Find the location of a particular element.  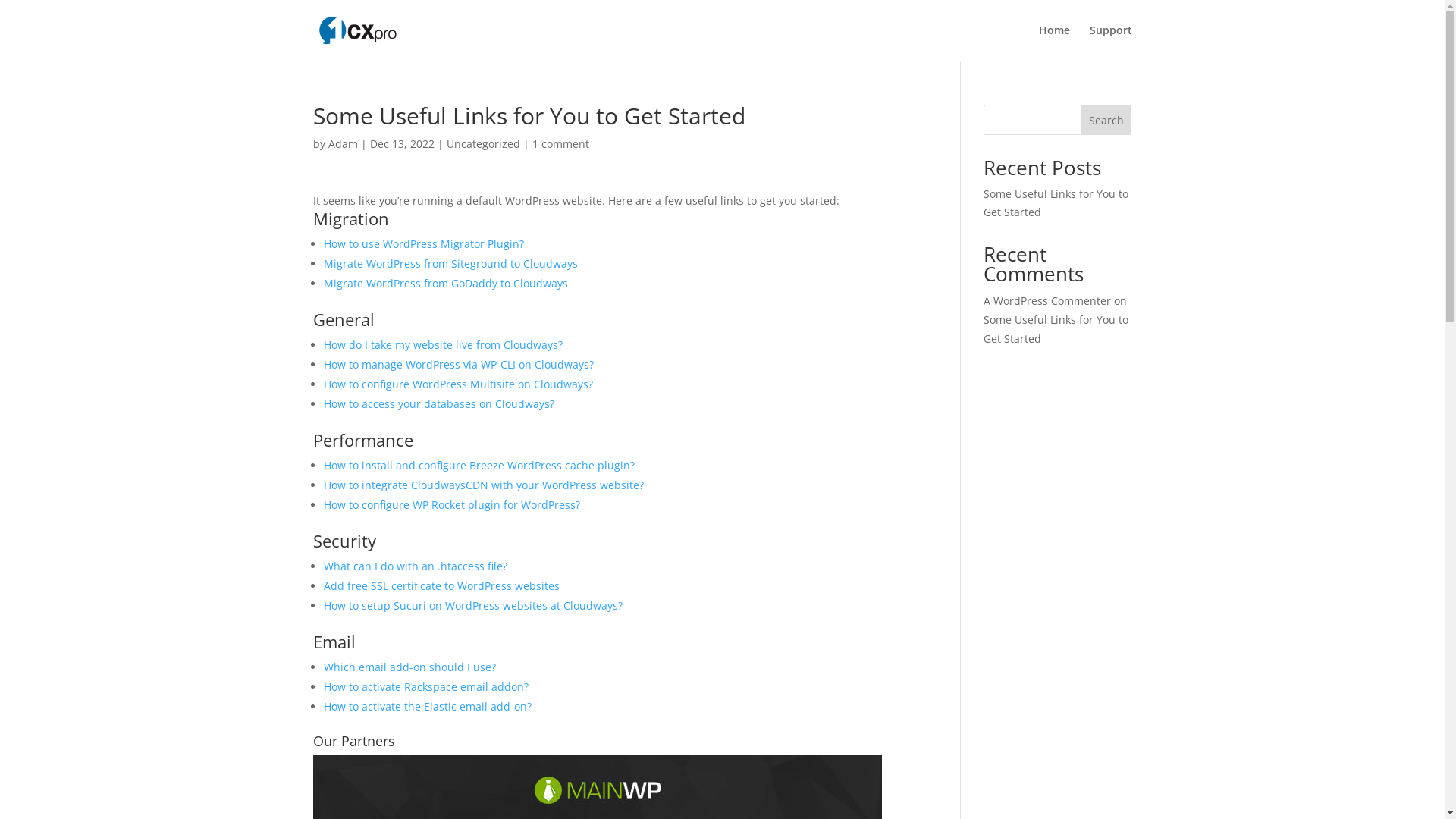

'Home' is located at coordinates (1053, 42).